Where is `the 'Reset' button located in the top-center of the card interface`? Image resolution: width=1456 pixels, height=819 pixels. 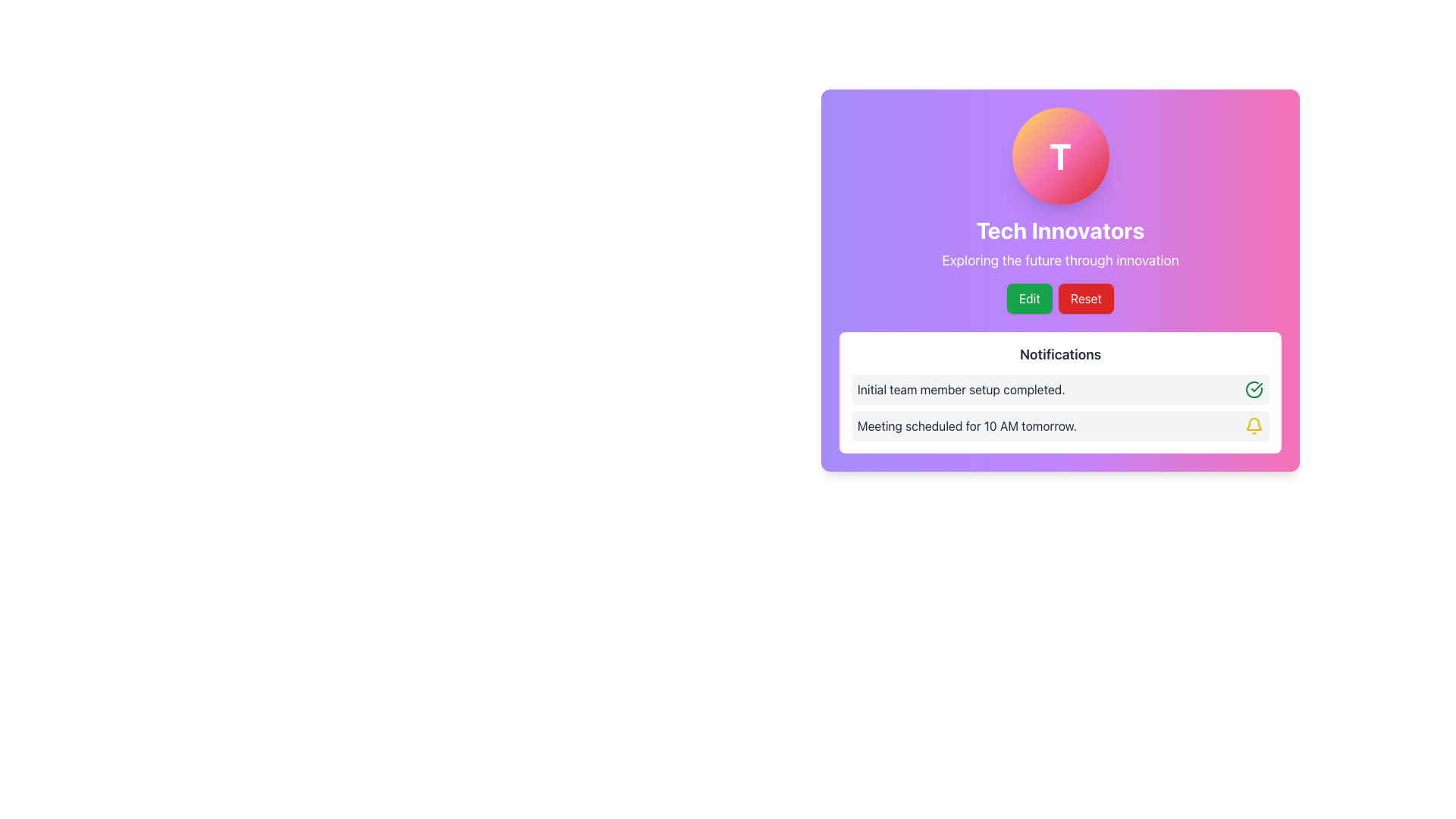 the 'Reset' button located in the top-center of the card interface is located at coordinates (1085, 298).